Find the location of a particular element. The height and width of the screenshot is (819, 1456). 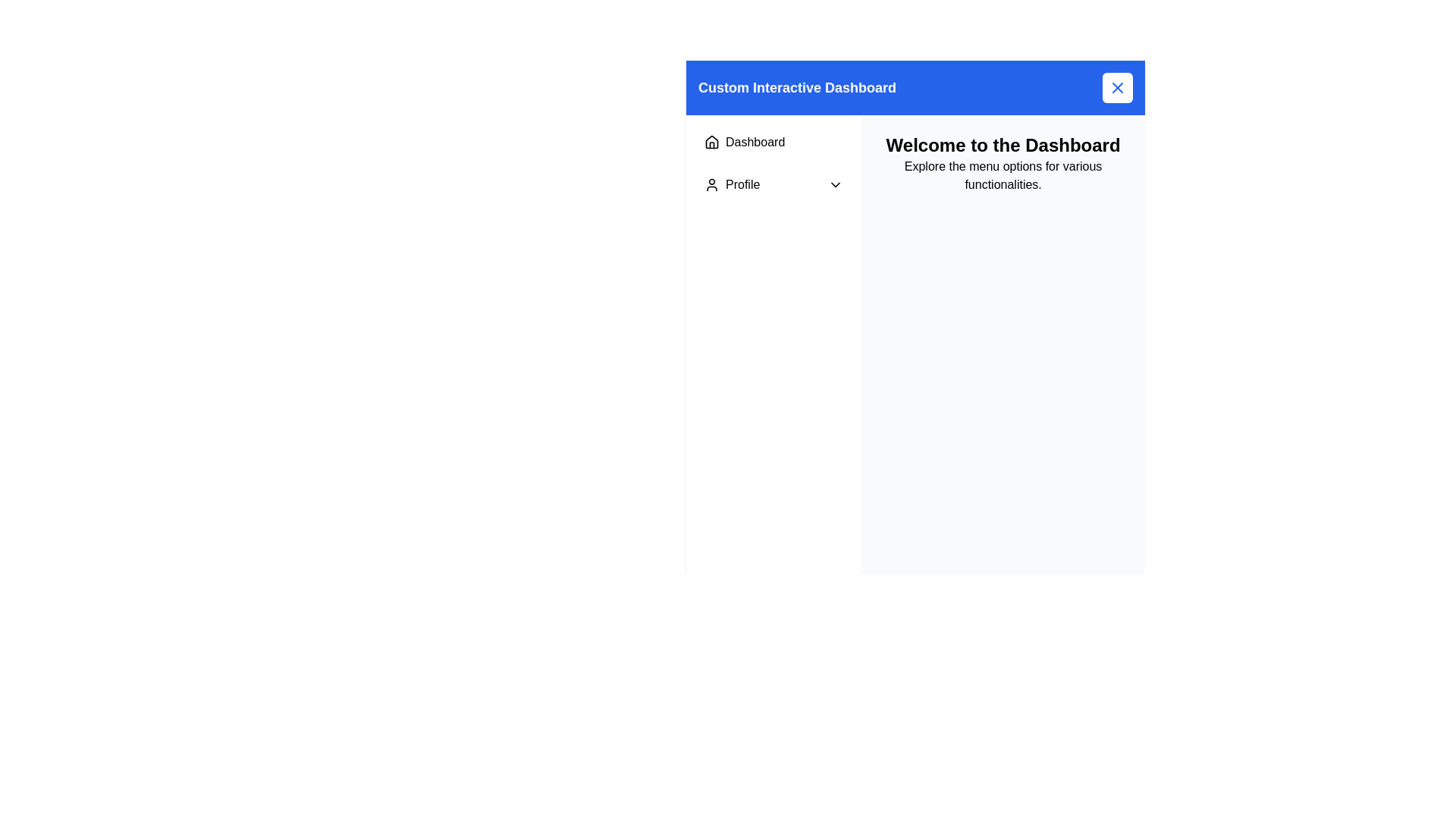

the first menu item in the vertical sidebar that likely navigates to the user's profile page, located below the 'Dashboard' entry and featuring a user icon to its left is located at coordinates (732, 184).